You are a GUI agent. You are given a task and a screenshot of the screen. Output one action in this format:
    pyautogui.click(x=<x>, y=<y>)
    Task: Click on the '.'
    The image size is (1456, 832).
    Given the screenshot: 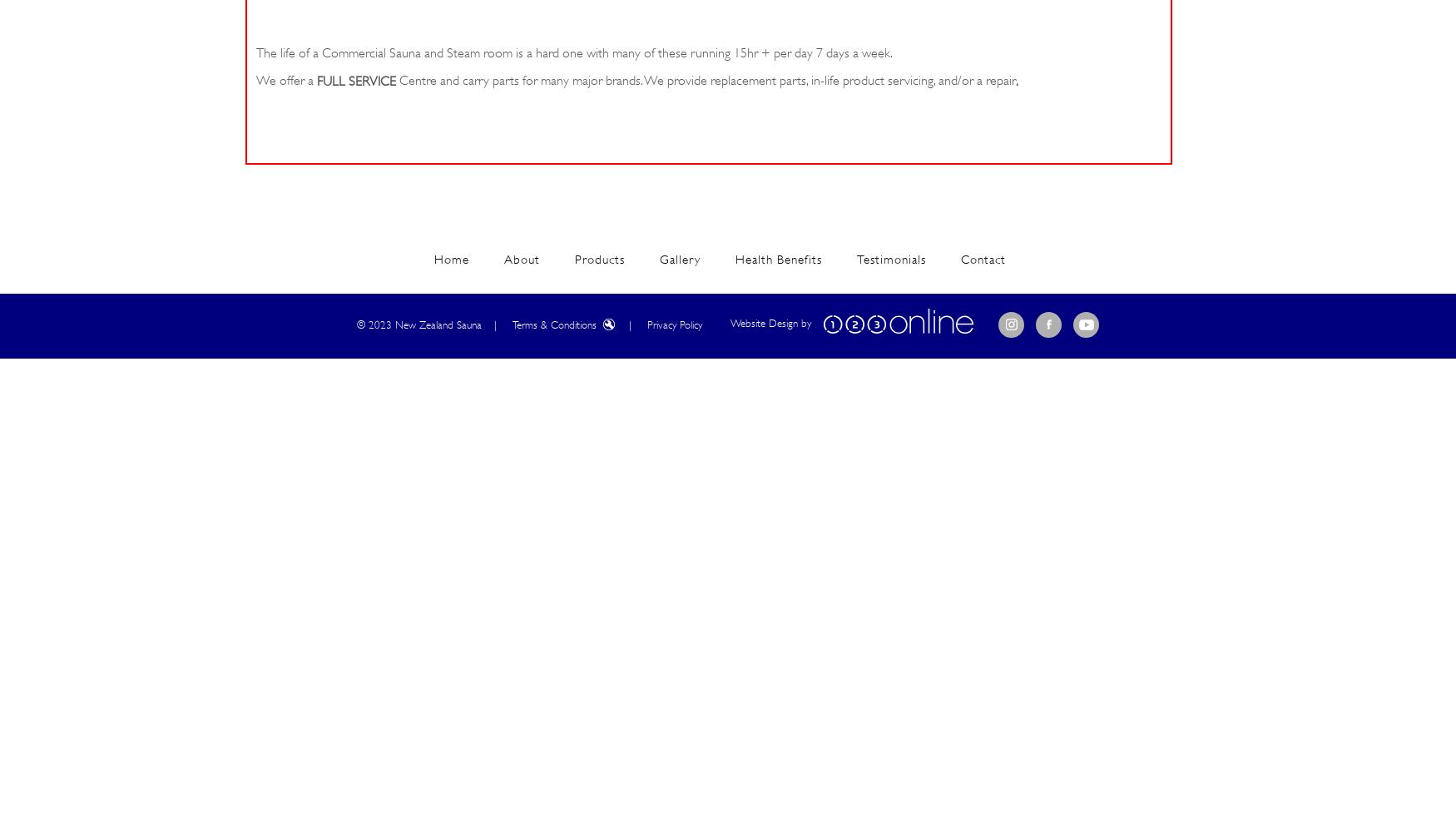 What is the action you would take?
    pyautogui.click(x=1017, y=81)
    